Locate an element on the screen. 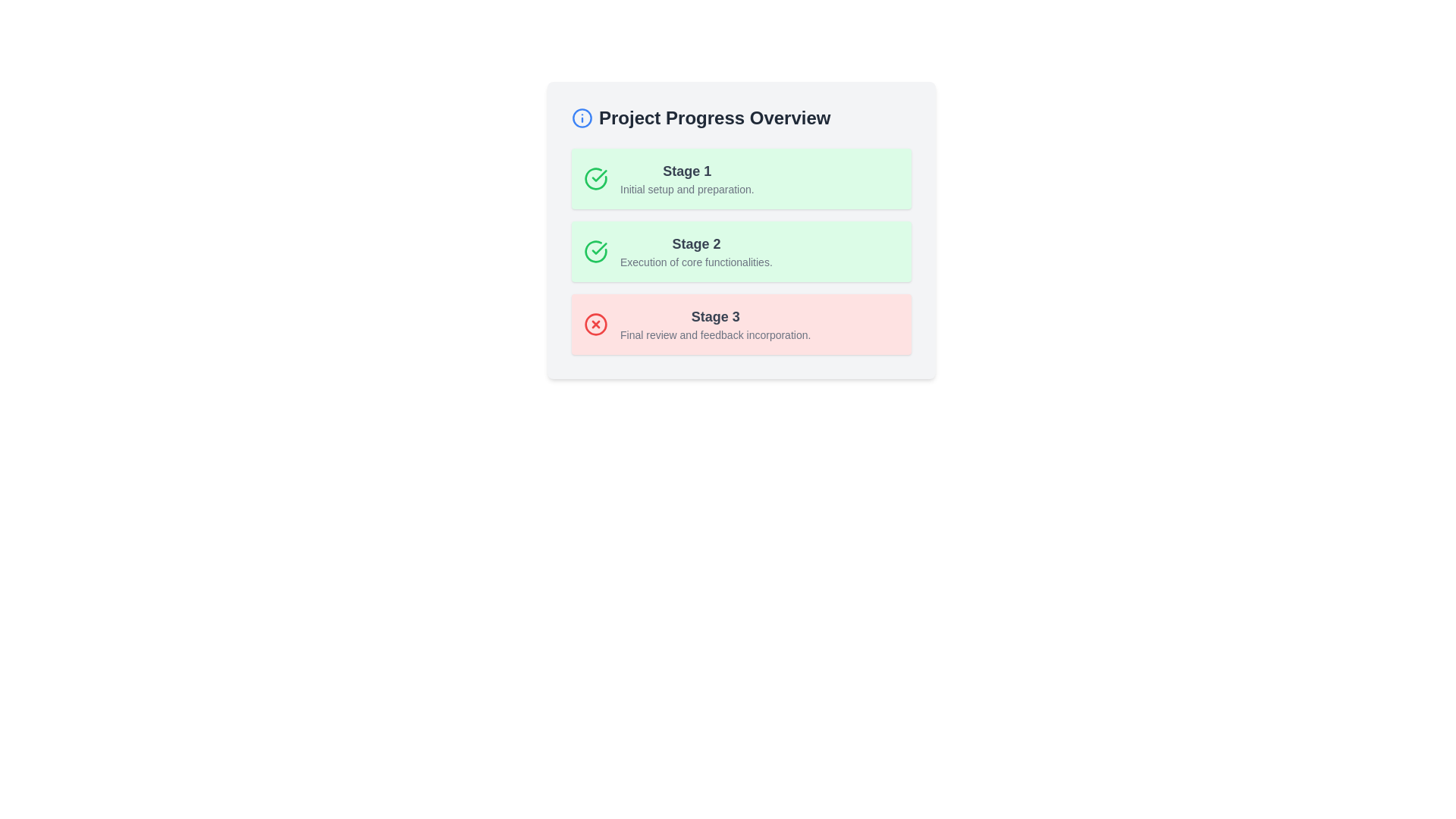  the text label displaying 'Execution of core functionalities.' which is styled in a small gray font, located beneath the 'Stage 2' text within the light green progress completion rectangle is located at coordinates (695, 262).